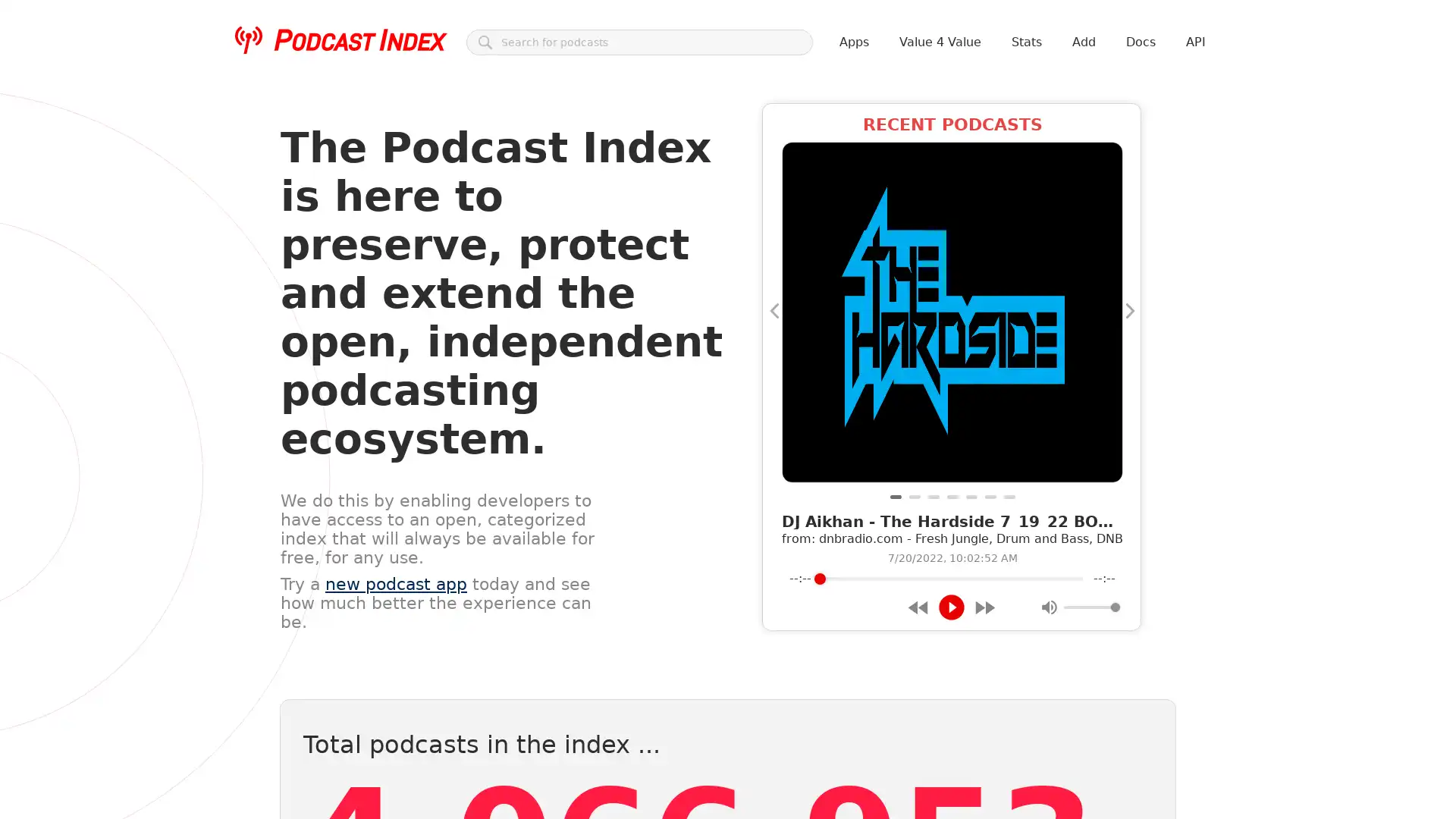 Image resolution: width=1456 pixels, height=819 pixels. I want to click on Mow, Grow, Know..., so click(913, 497).